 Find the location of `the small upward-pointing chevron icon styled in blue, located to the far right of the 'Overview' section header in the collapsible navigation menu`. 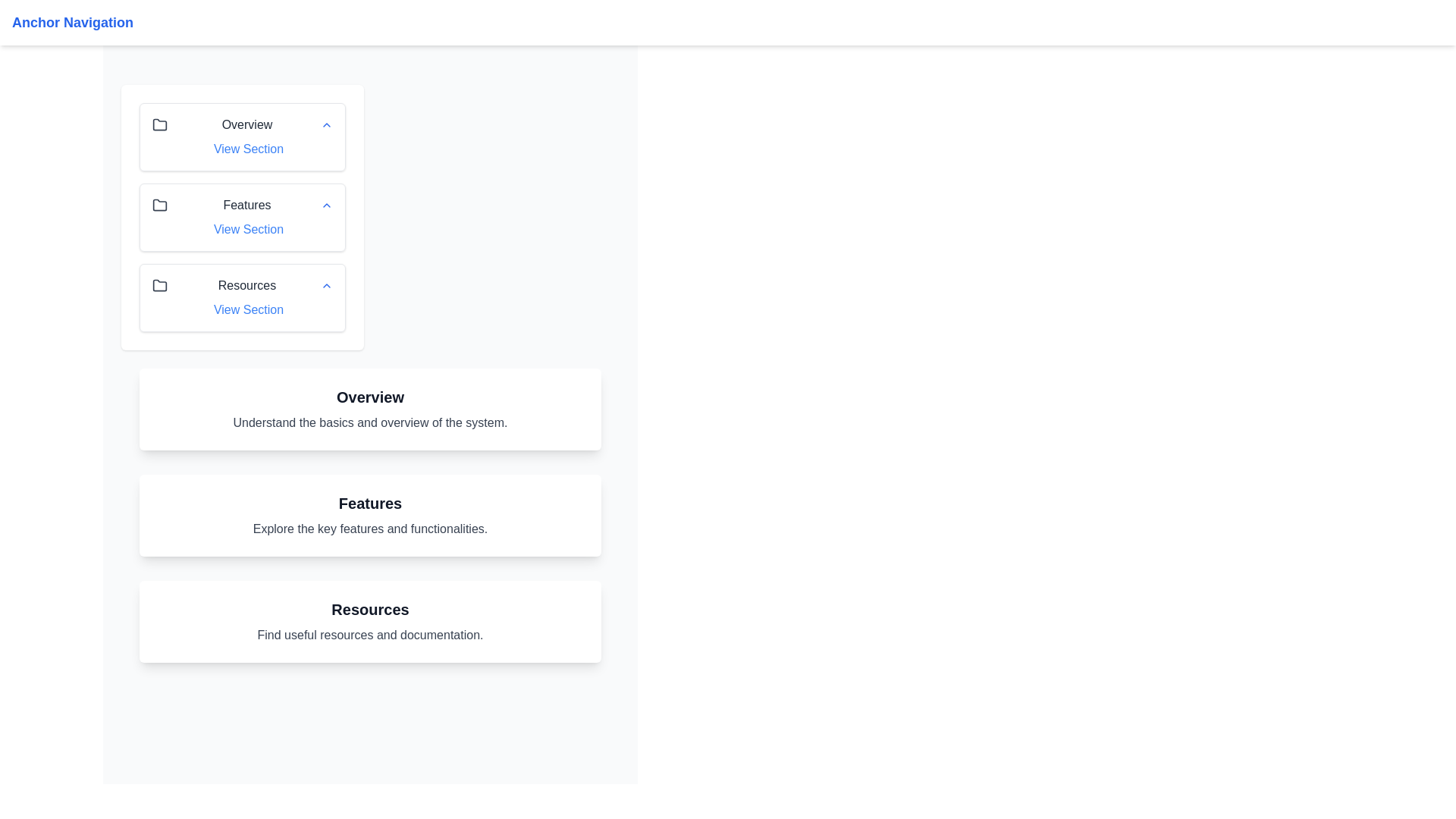

the small upward-pointing chevron icon styled in blue, located to the far right of the 'Overview' section header in the collapsible navigation menu is located at coordinates (326, 124).